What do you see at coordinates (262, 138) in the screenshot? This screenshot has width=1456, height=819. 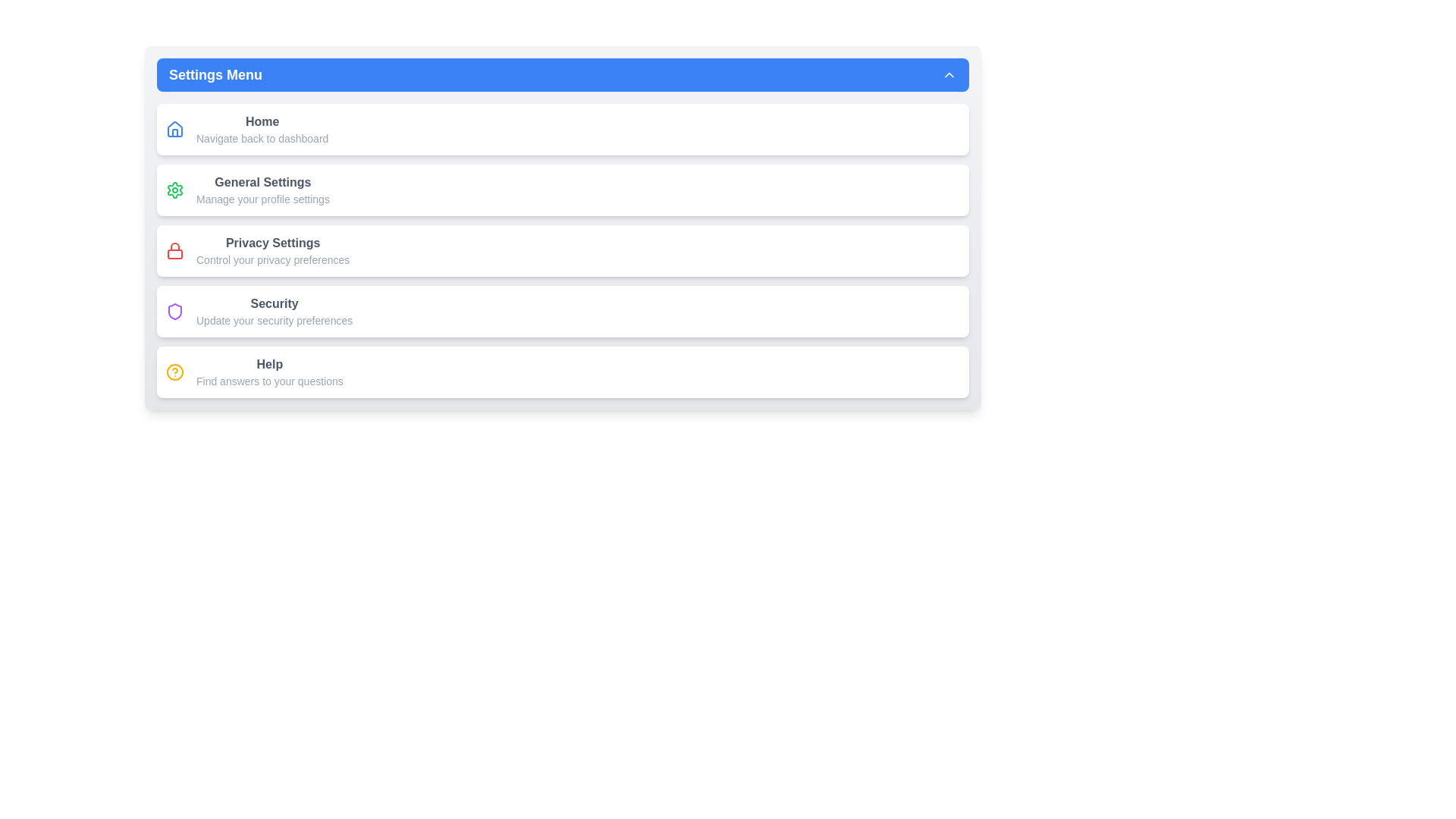 I see `the text label that reads 'Navigate back to dashboard', which is styled in a small gray font and located beneath the bold 'Home' text in the menu` at bounding box center [262, 138].